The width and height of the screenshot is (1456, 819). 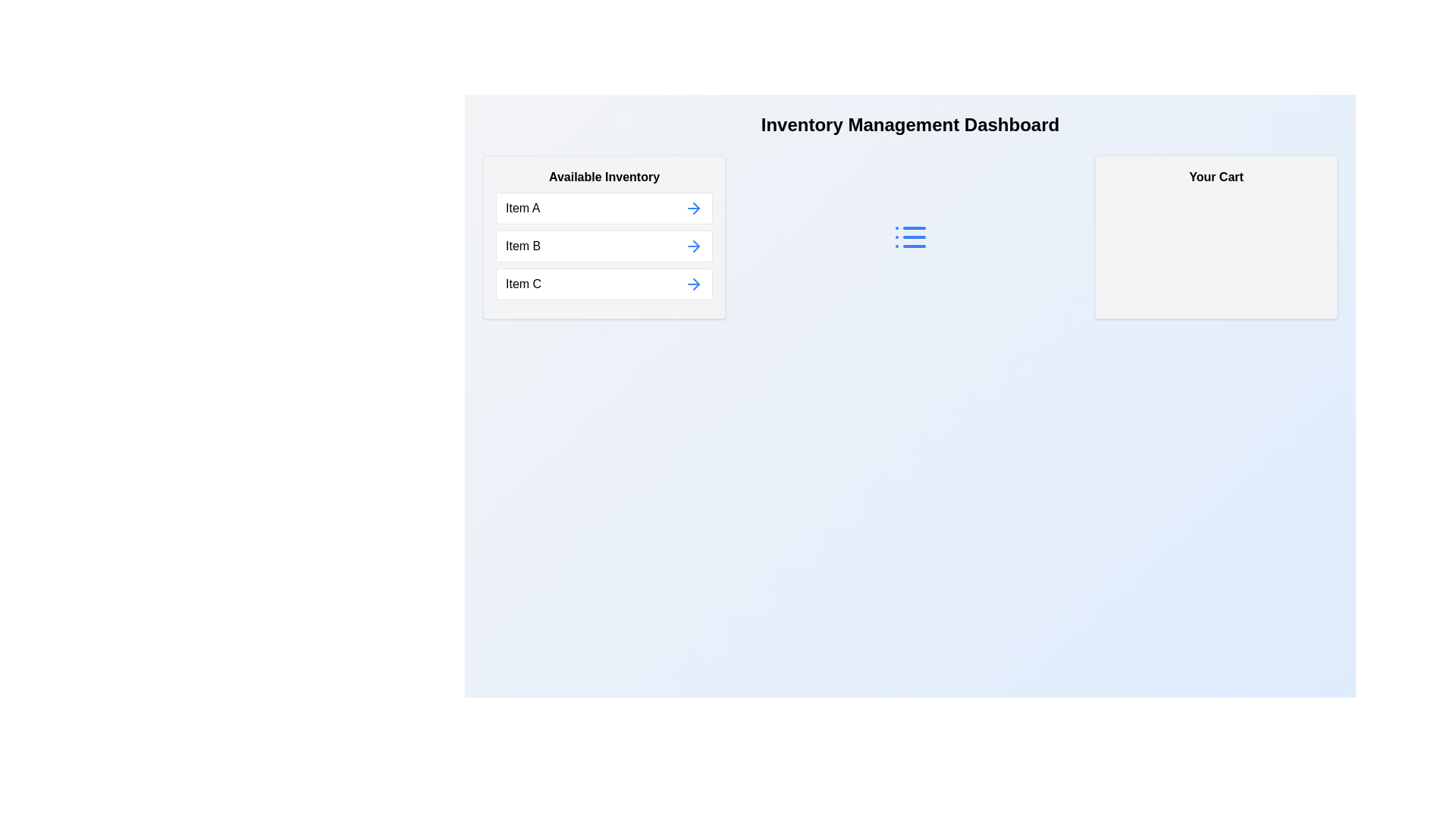 I want to click on the arrow button next to Item A in 'Available Inventory' to move it to 'Your Cart', so click(x=693, y=208).